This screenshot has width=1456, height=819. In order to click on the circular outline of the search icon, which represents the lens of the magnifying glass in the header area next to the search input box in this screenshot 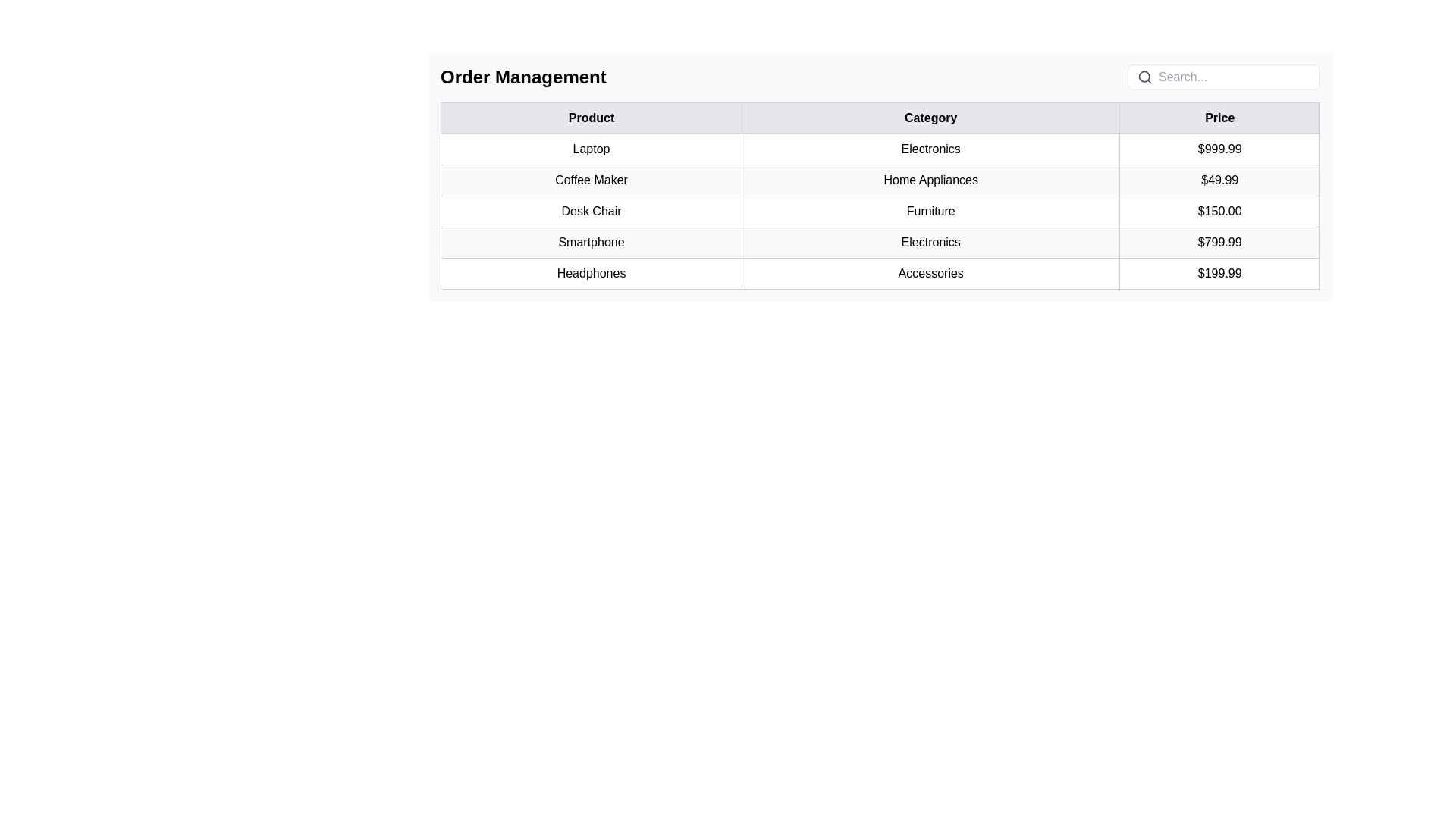, I will do `click(1144, 77)`.